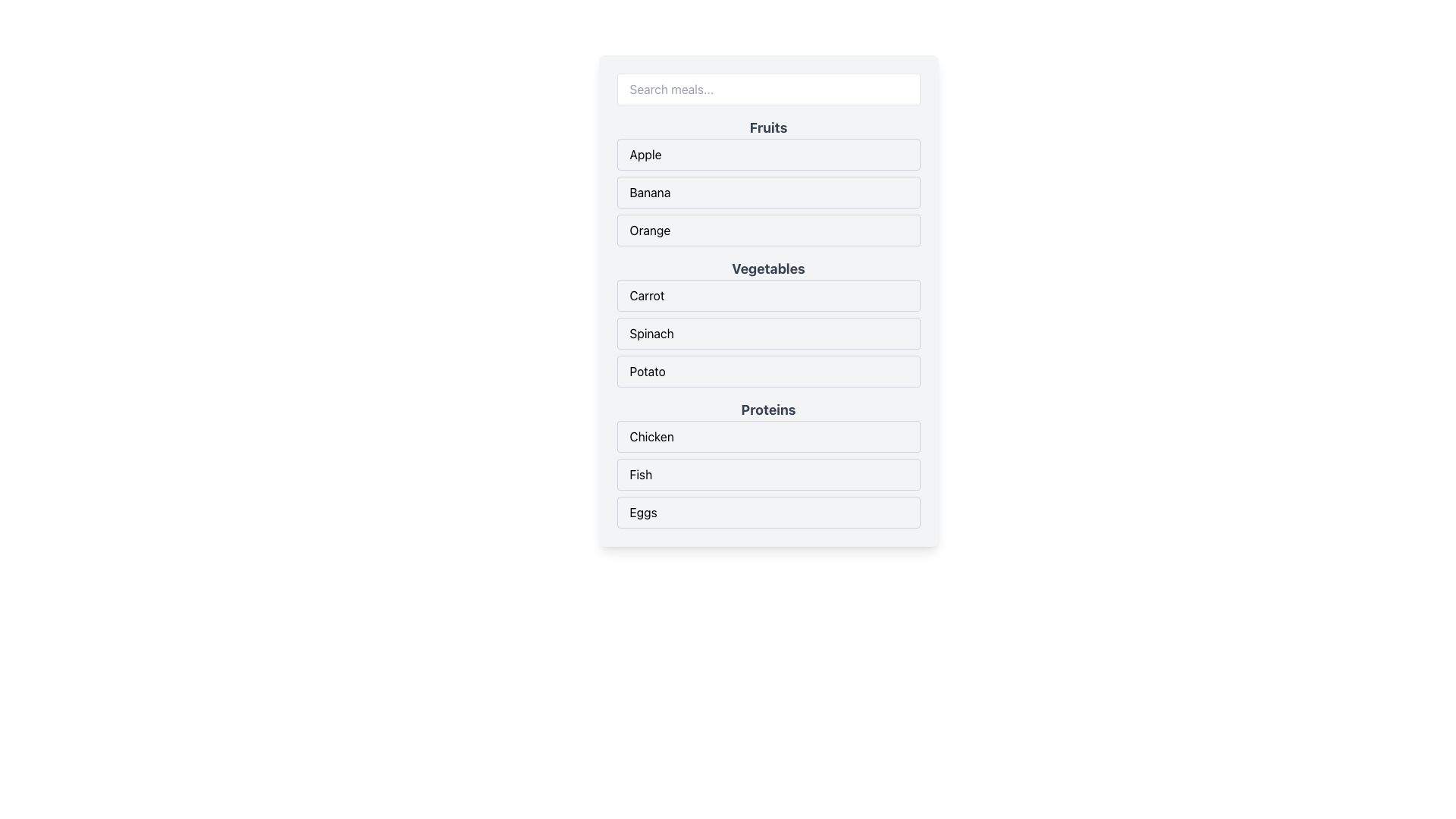  I want to click on the Text Label displaying 'Eggs', which is the last item in the 'Proteins' category, located below 'Fish' in the category list, so click(643, 512).